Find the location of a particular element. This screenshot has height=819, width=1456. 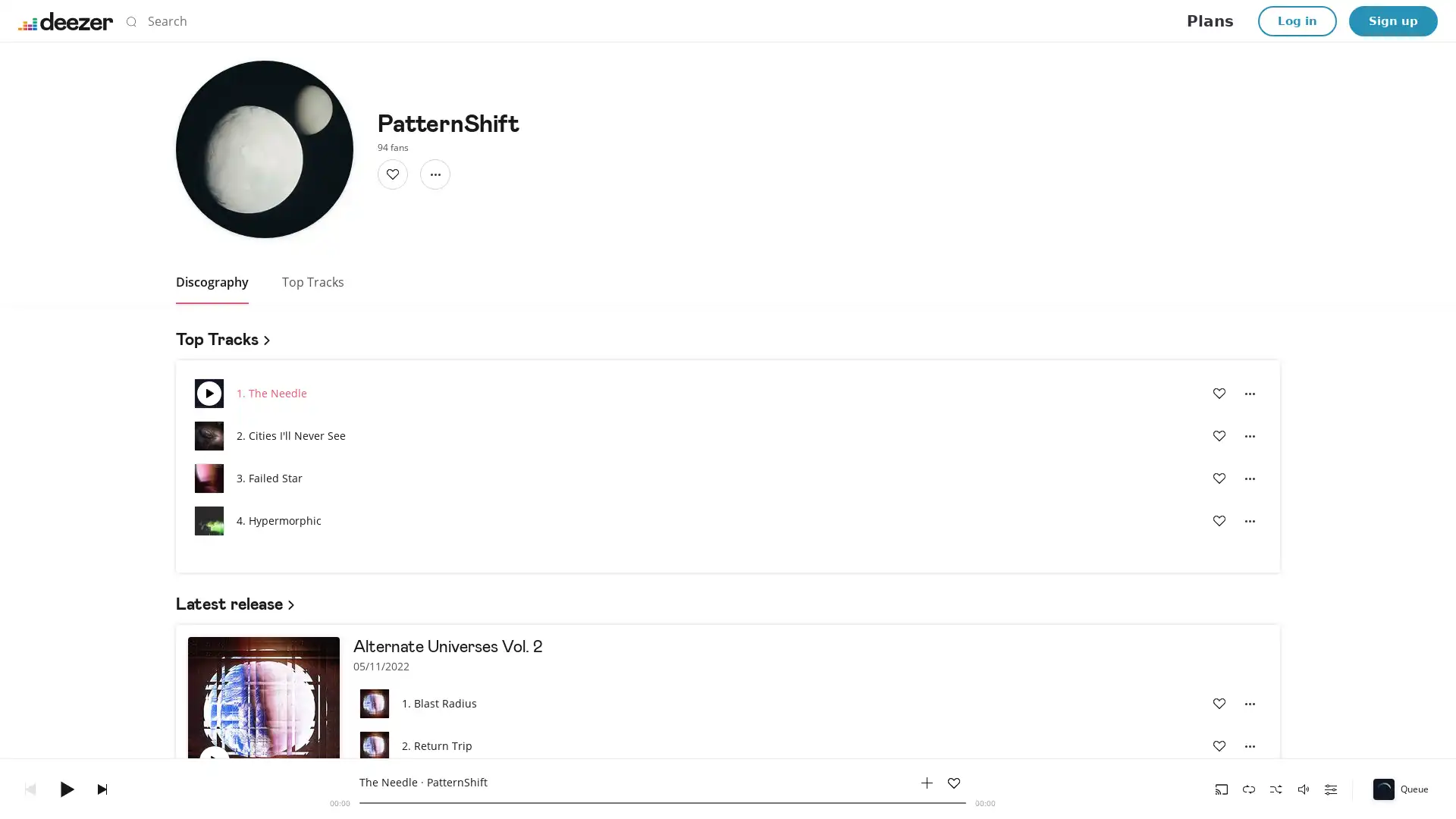

Play Return Trip by PatternShift is located at coordinates (375, 745).